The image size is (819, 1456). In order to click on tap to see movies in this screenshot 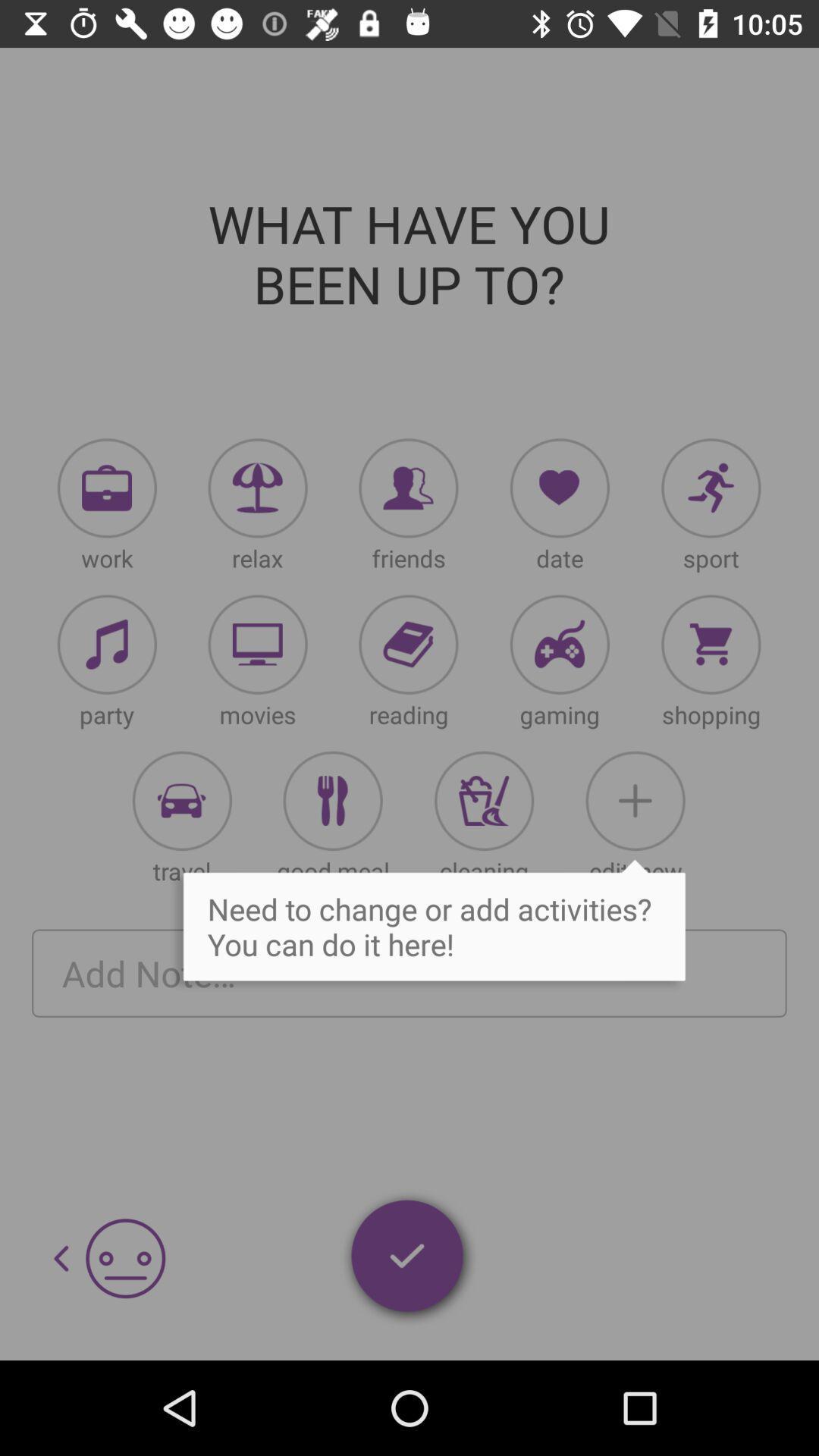, I will do `click(257, 645)`.